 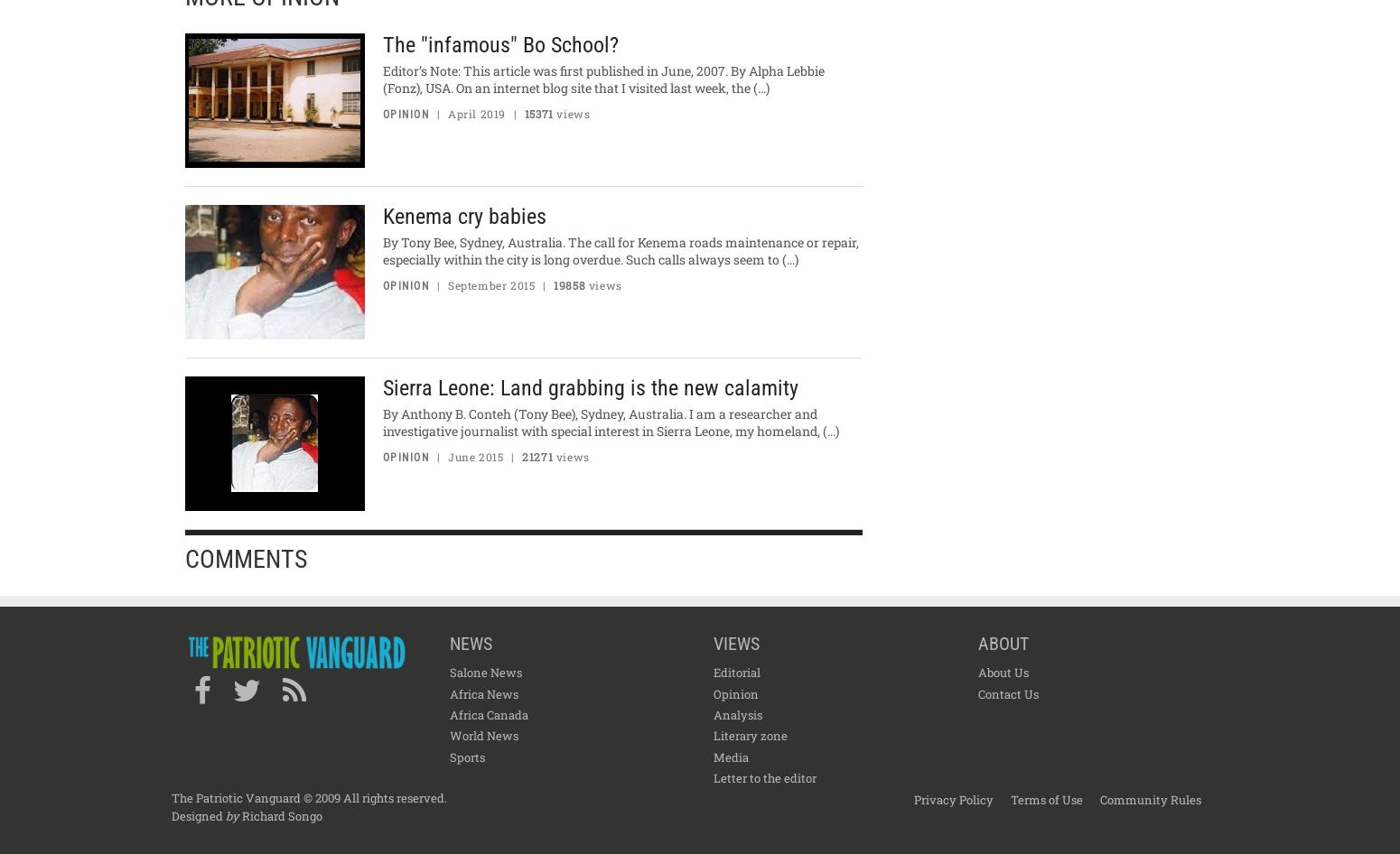 What do you see at coordinates (1149, 797) in the screenshot?
I see `'Community Rules'` at bounding box center [1149, 797].